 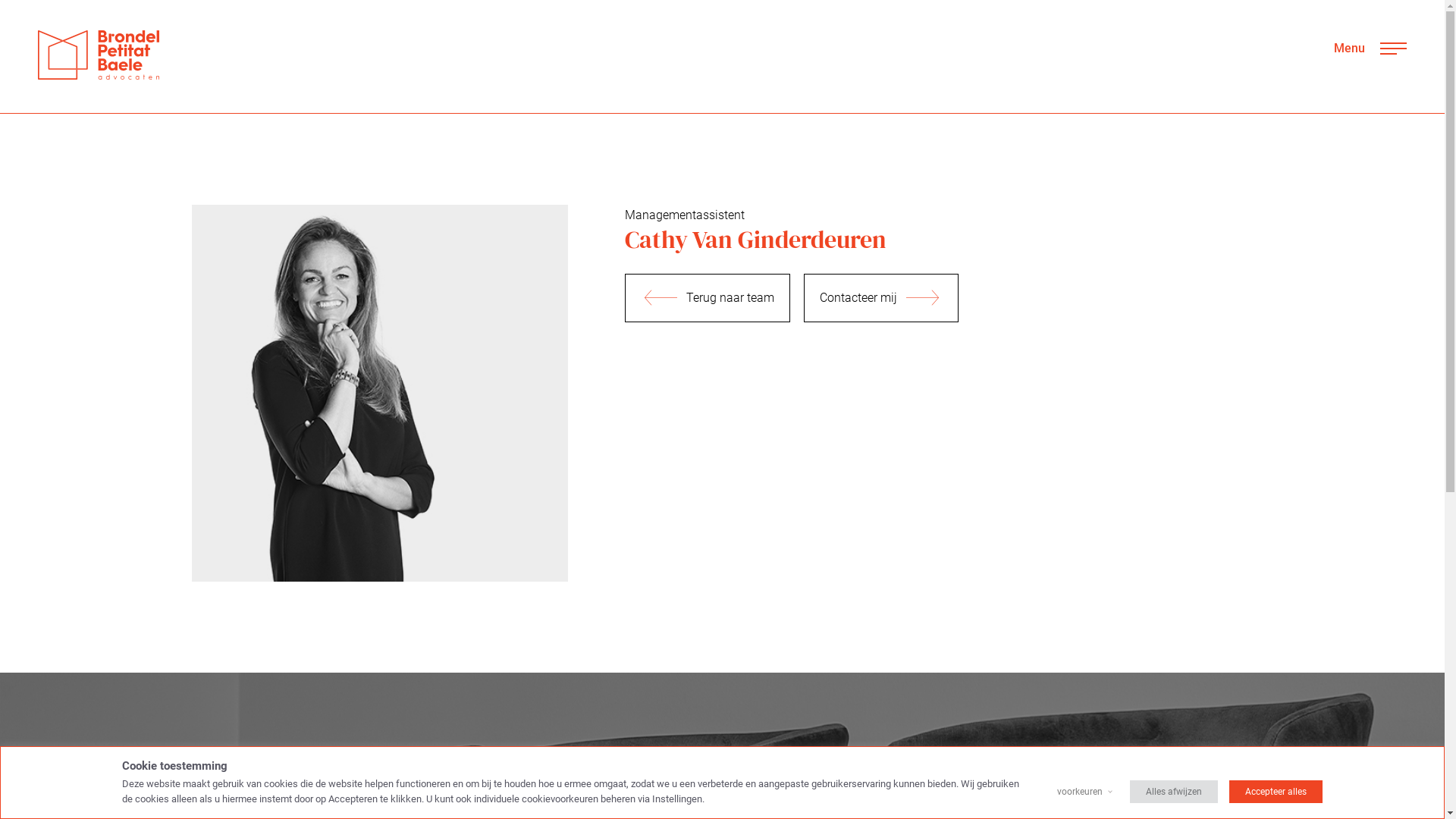 What do you see at coordinates (1172, 791) in the screenshot?
I see `'Alles afwijzen'` at bounding box center [1172, 791].